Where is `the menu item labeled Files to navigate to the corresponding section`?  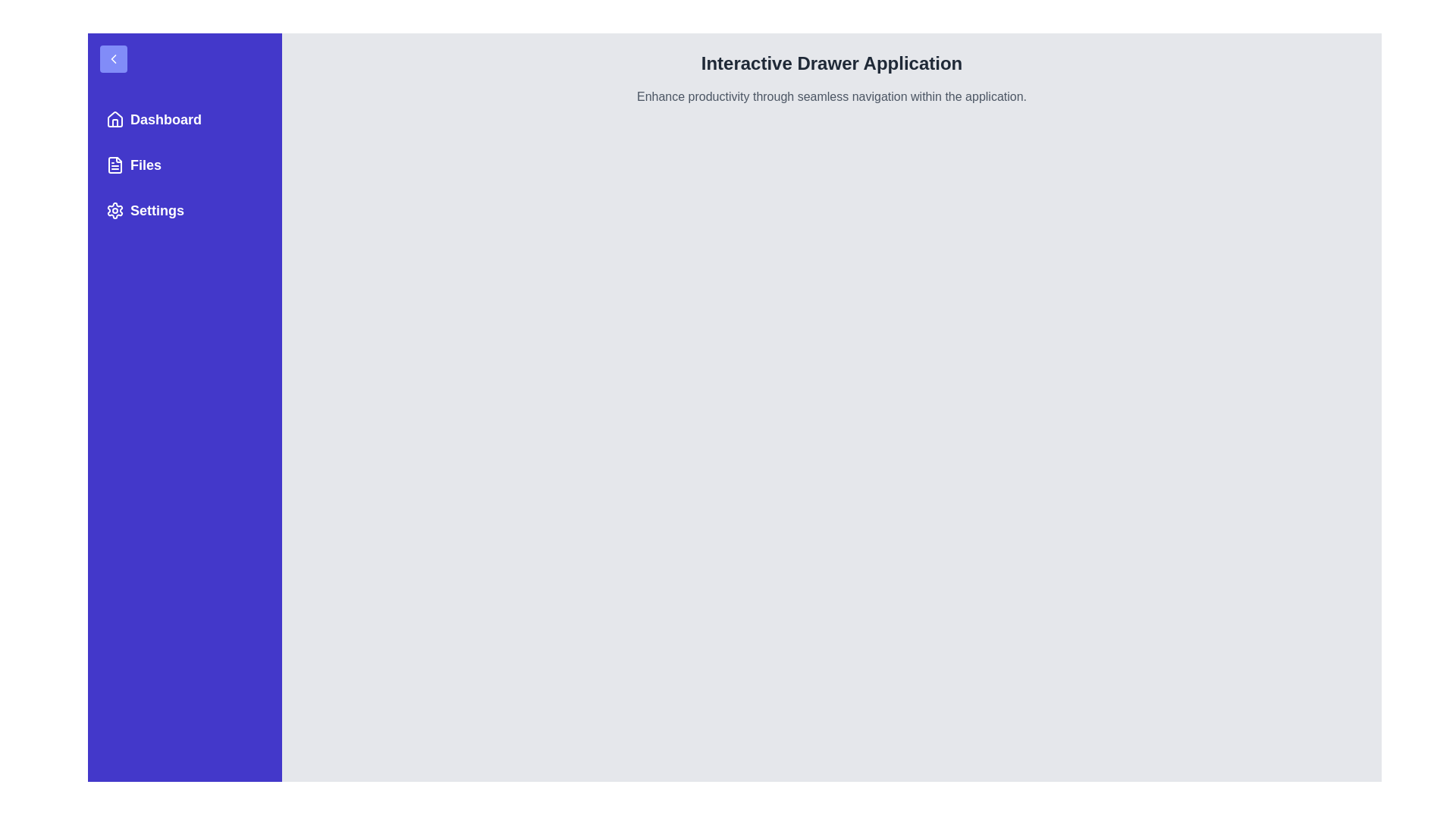
the menu item labeled Files to navigate to the corresponding section is located at coordinates (184, 165).